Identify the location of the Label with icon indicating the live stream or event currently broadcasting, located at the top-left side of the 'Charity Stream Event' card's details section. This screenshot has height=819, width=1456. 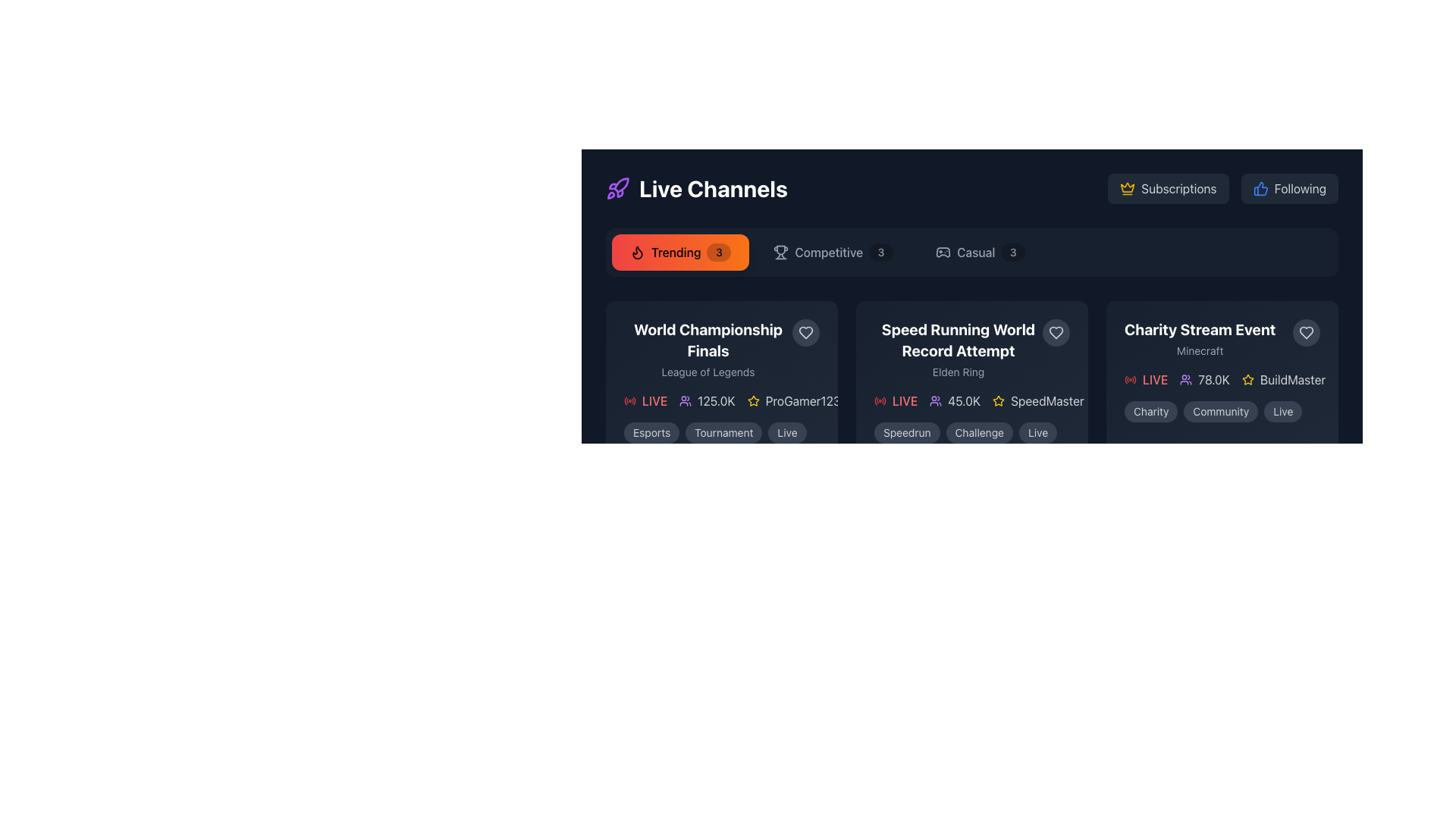
(1146, 379).